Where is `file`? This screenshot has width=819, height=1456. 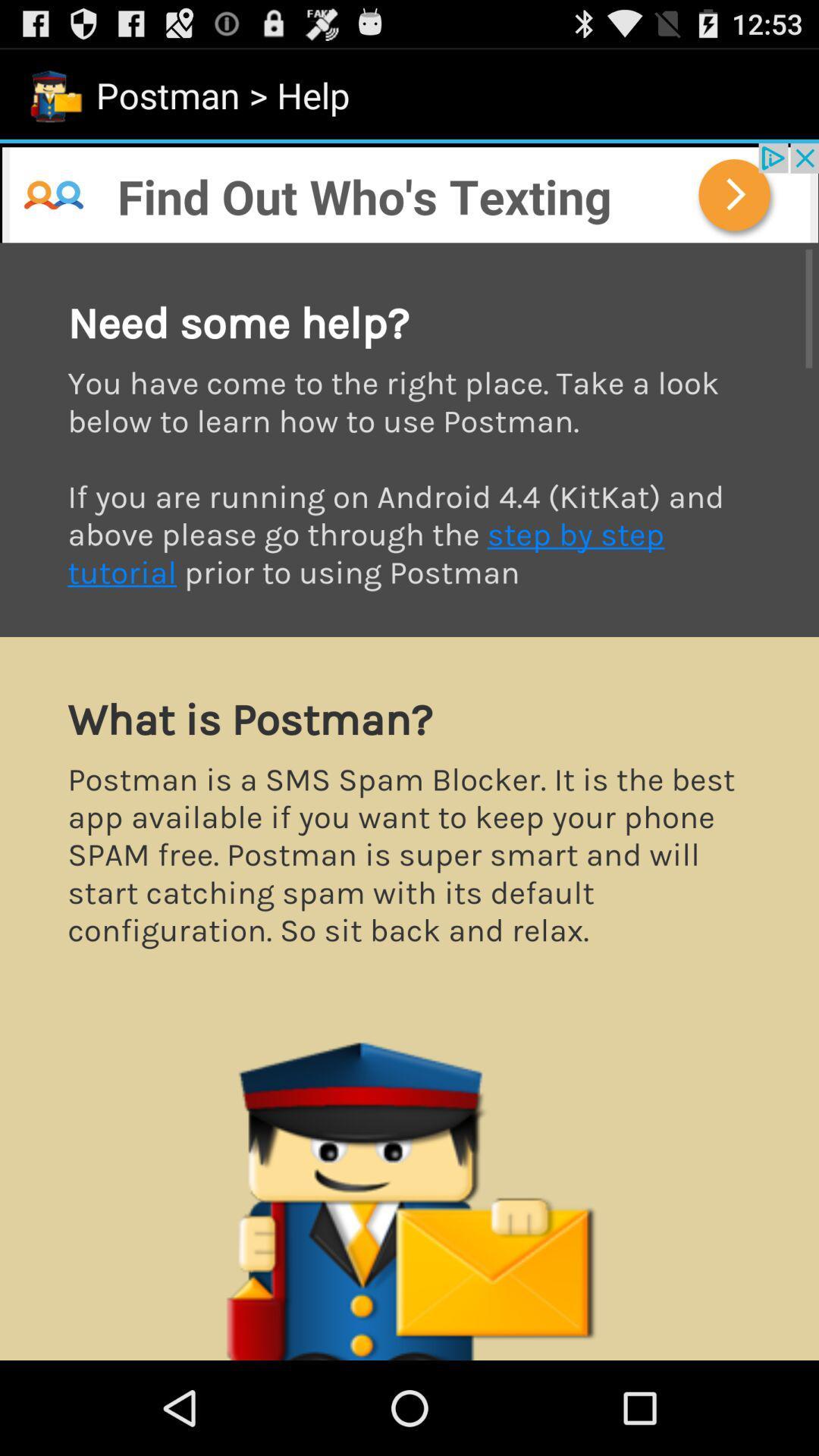 file is located at coordinates (409, 801).